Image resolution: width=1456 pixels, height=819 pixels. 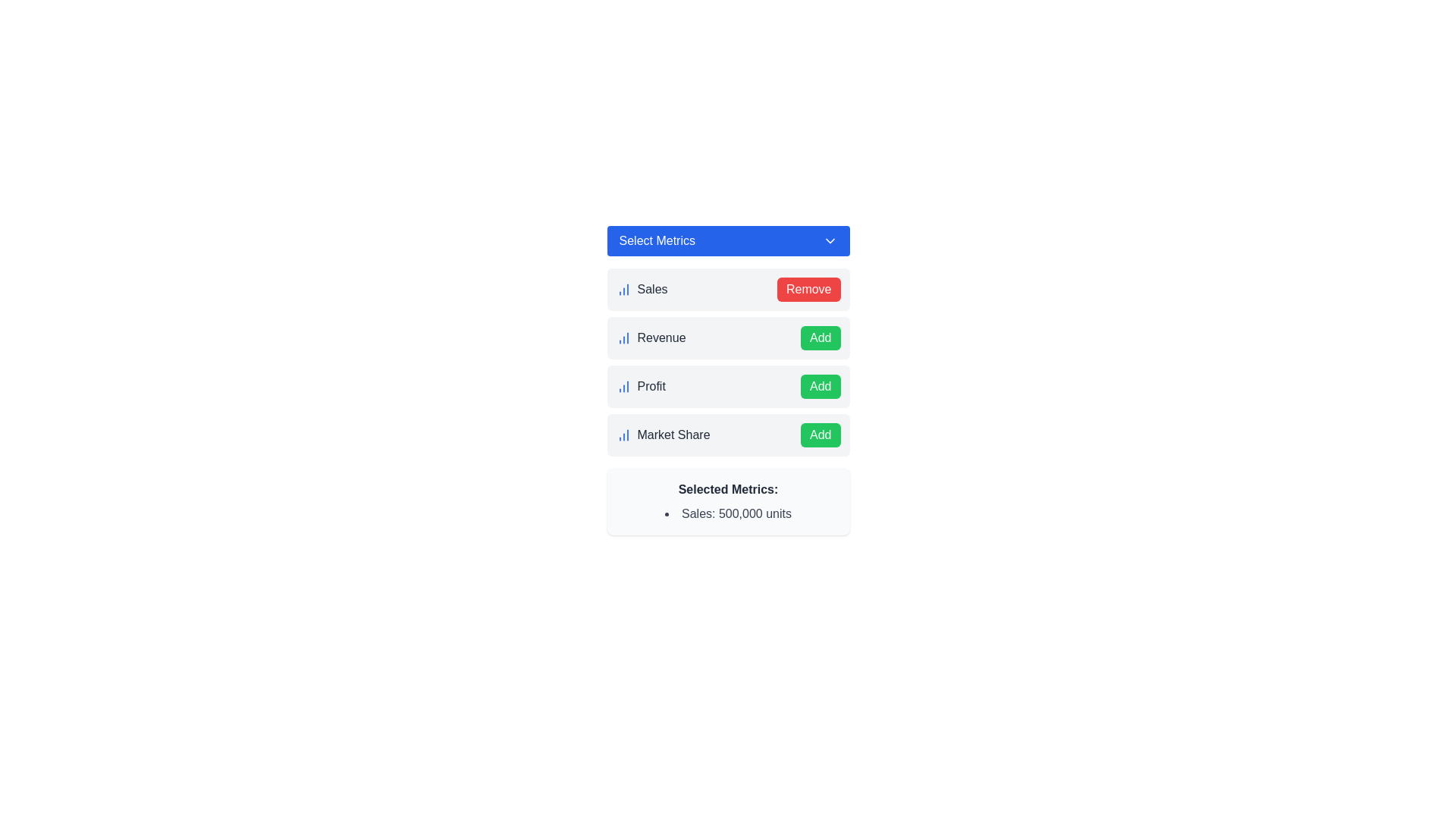 I want to click on the small downward-pointing chevron icon located in the blue header section of the 'Select Metrics' dropdown menu, so click(x=829, y=240).